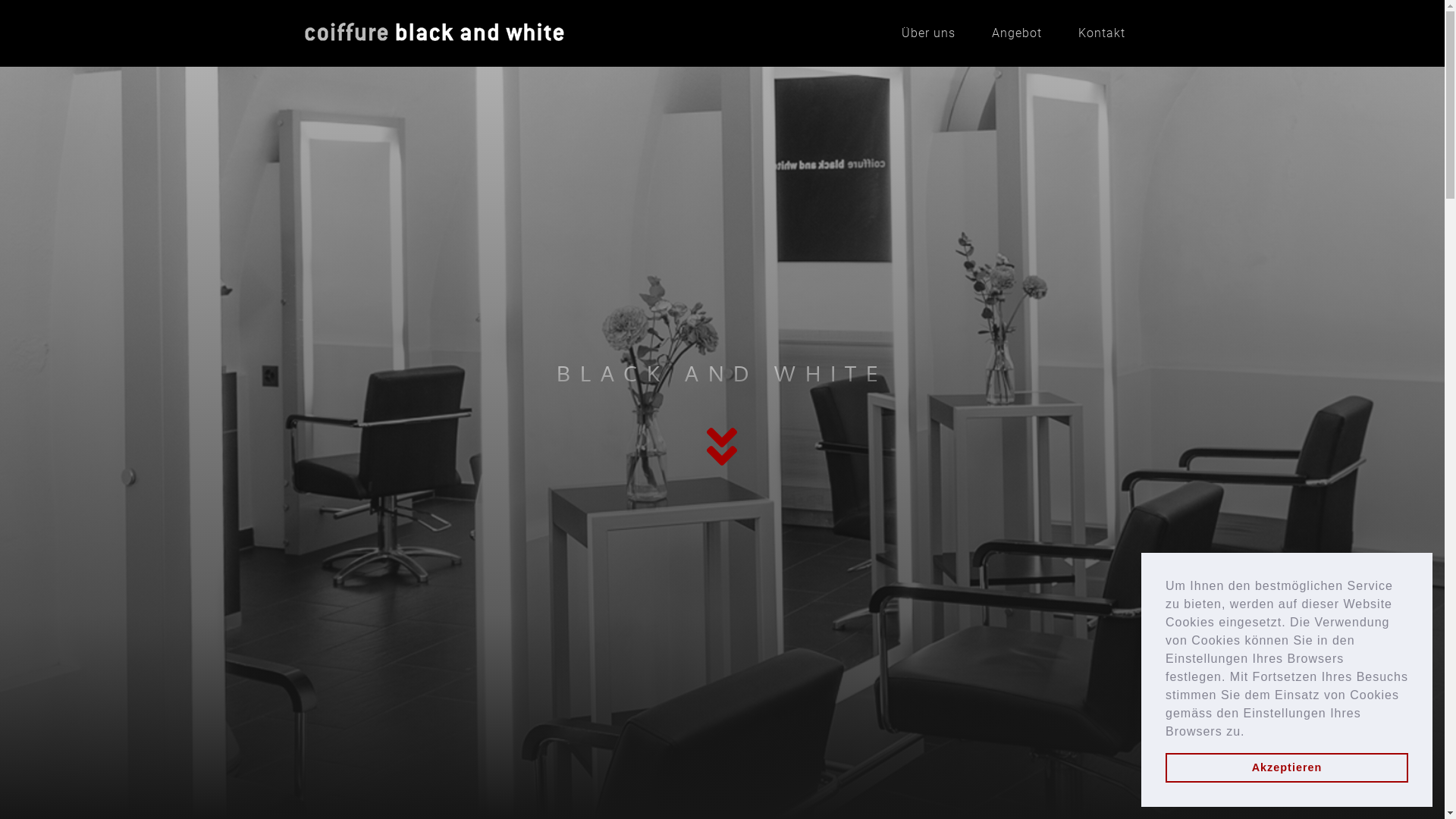 The width and height of the screenshot is (1456, 819). Describe the element at coordinates (1102, 33) in the screenshot. I see `'Kontakt'` at that location.